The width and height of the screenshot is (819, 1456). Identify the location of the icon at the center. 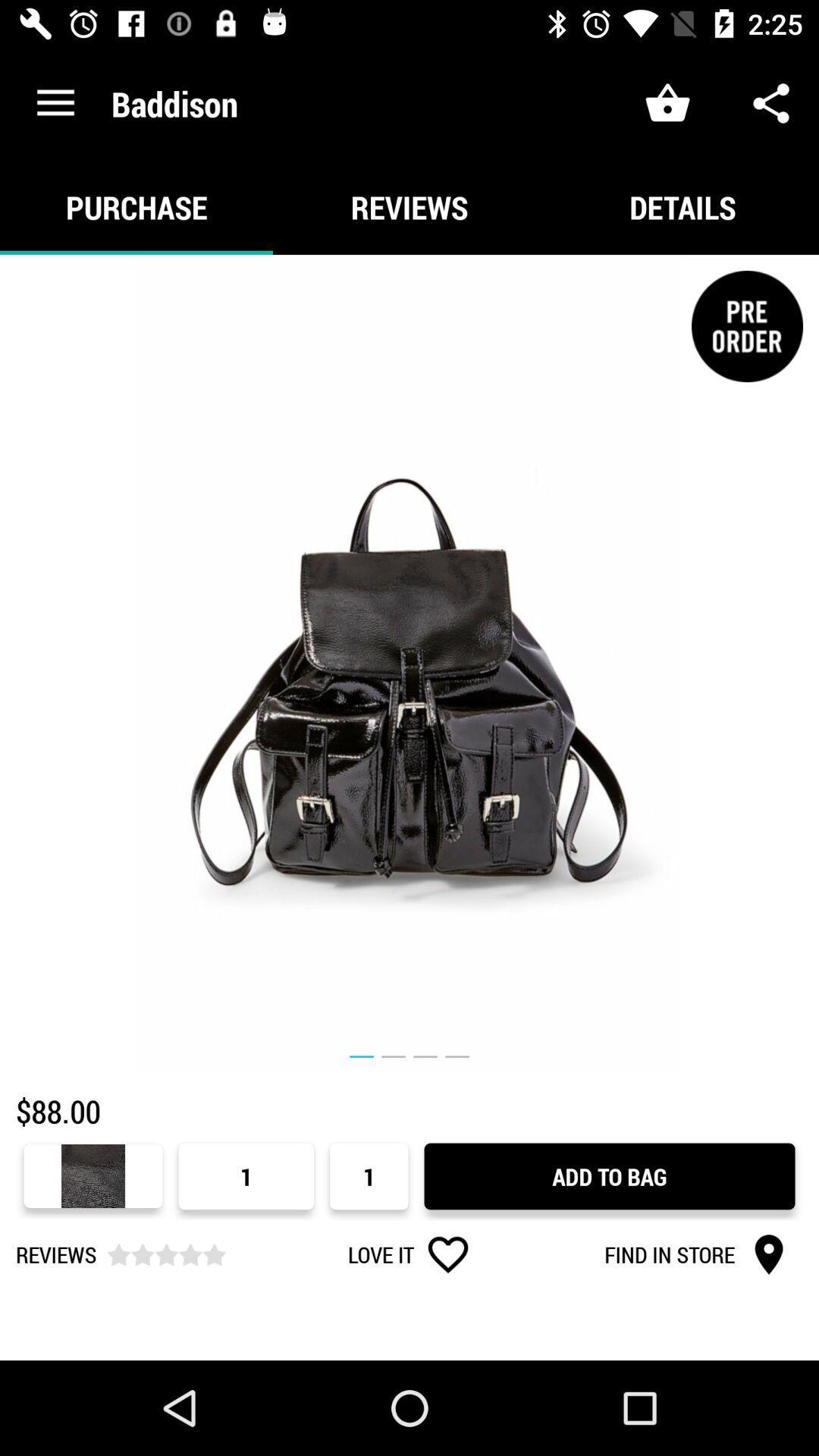
(409, 664).